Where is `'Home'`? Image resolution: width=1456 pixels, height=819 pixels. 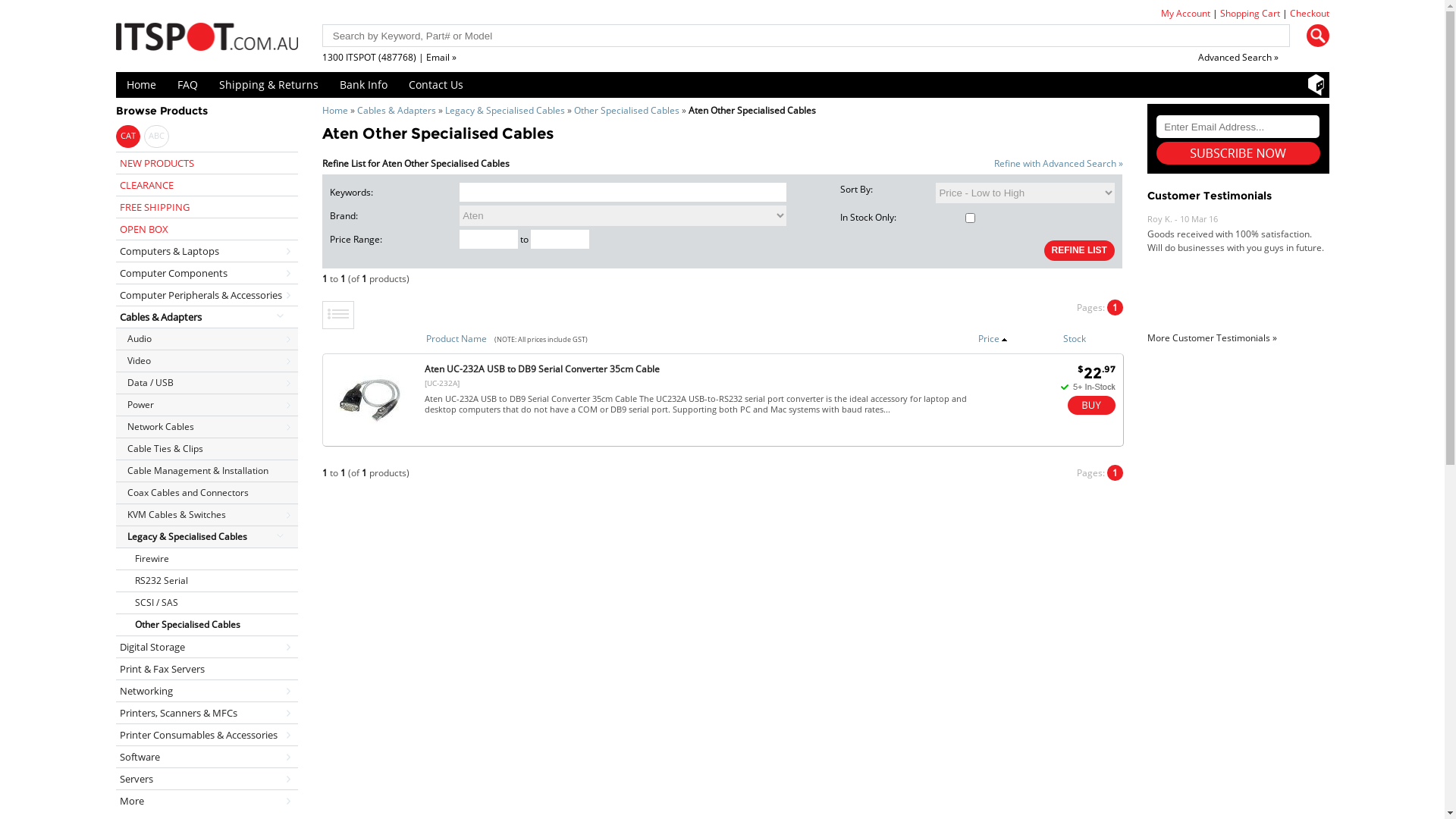 'Home' is located at coordinates (115, 84).